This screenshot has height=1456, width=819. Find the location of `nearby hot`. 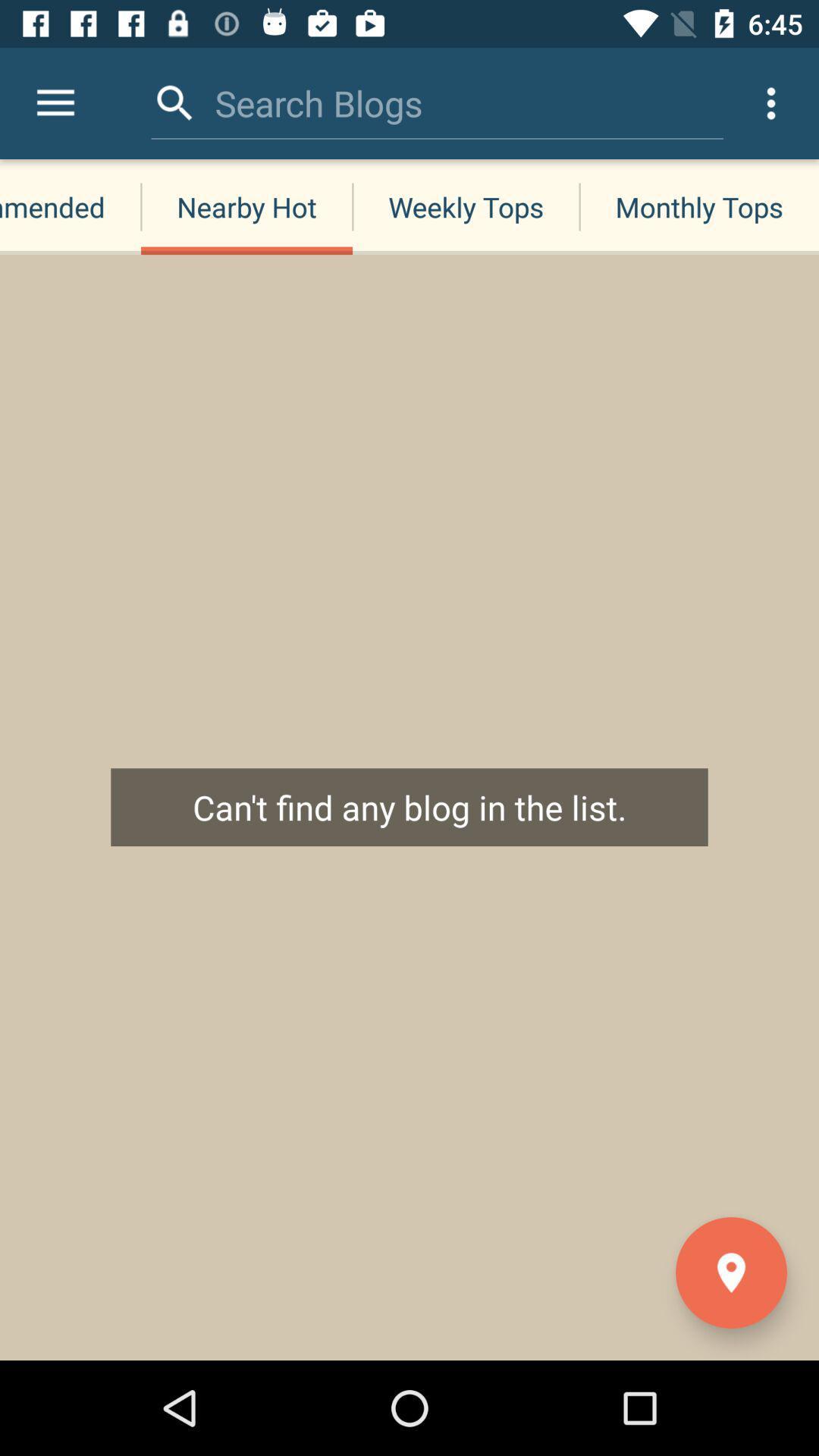

nearby hot is located at coordinates (246, 206).